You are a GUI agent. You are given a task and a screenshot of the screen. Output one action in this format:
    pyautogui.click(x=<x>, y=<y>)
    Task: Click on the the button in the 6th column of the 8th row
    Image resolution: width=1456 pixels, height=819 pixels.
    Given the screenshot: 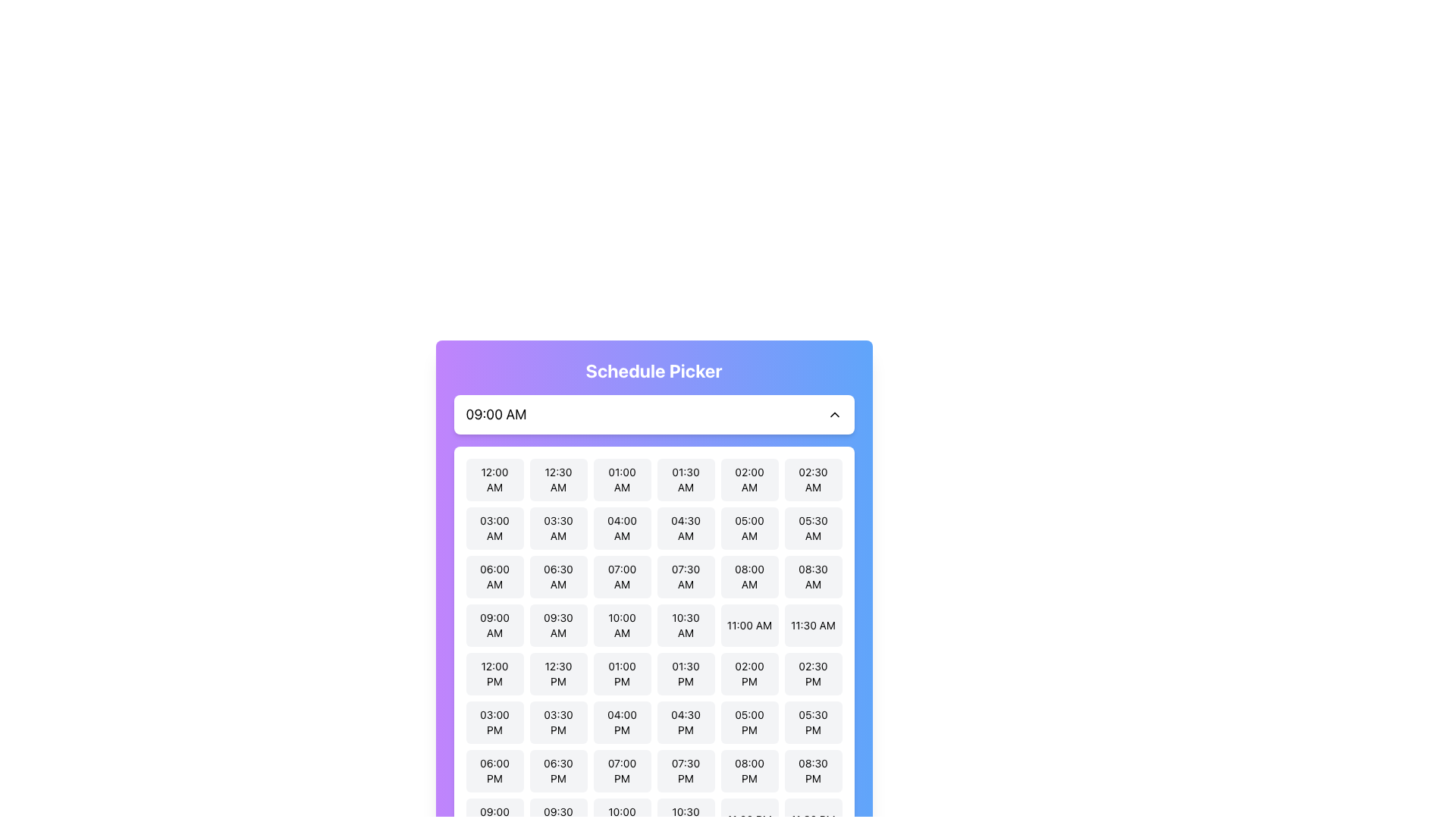 What is the action you would take?
    pyautogui.click(x=749, y=771)
    